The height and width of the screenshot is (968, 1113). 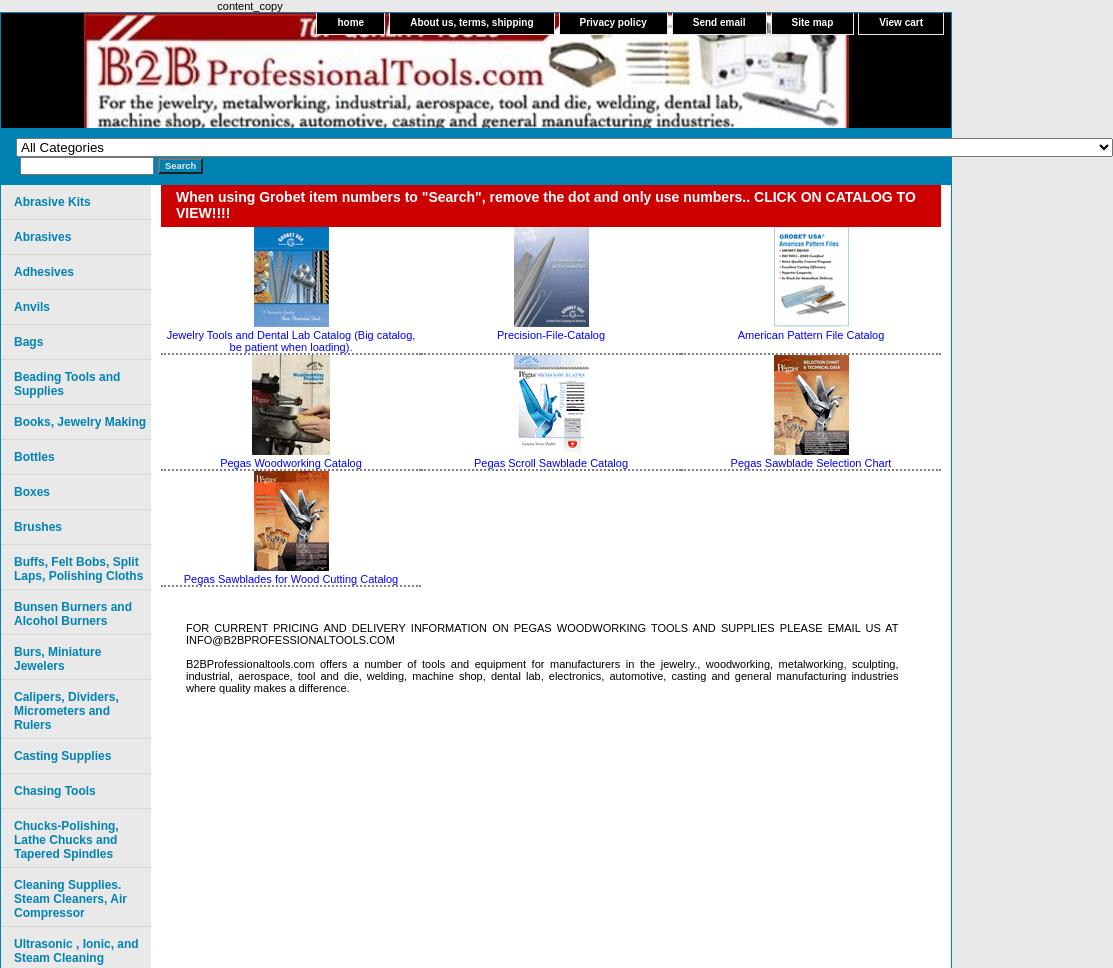 What do you see at coordinates (165, 341) in the screenshot?
I see `'Jewelry Tools and Dental Lab Catalog (Big catalog, be patient when loading).'` at bounding box center [165, 341].